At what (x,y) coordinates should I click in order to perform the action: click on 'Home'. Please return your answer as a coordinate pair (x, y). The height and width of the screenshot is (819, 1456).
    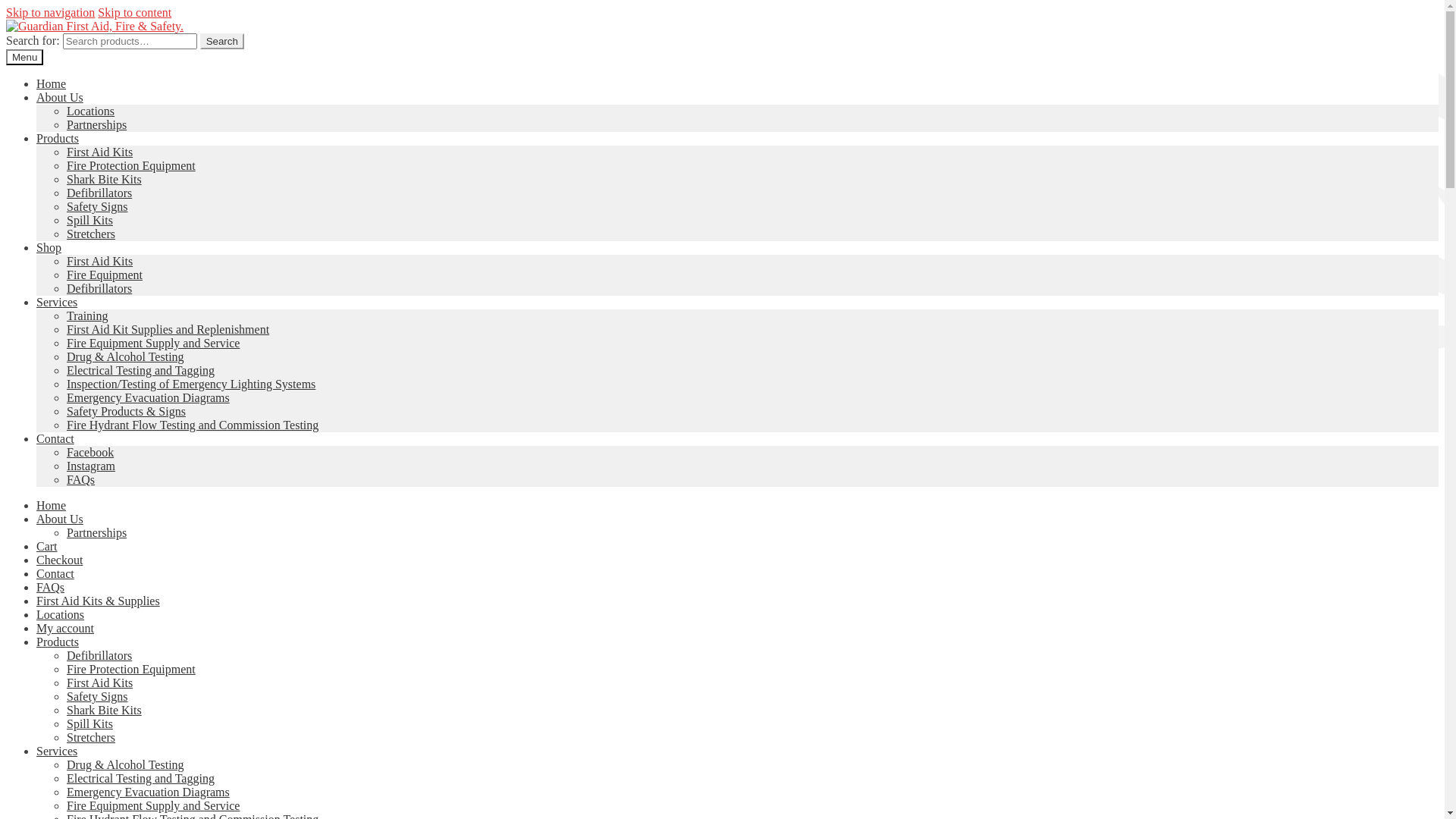
    Looking at the image, I should click on (51, 505).